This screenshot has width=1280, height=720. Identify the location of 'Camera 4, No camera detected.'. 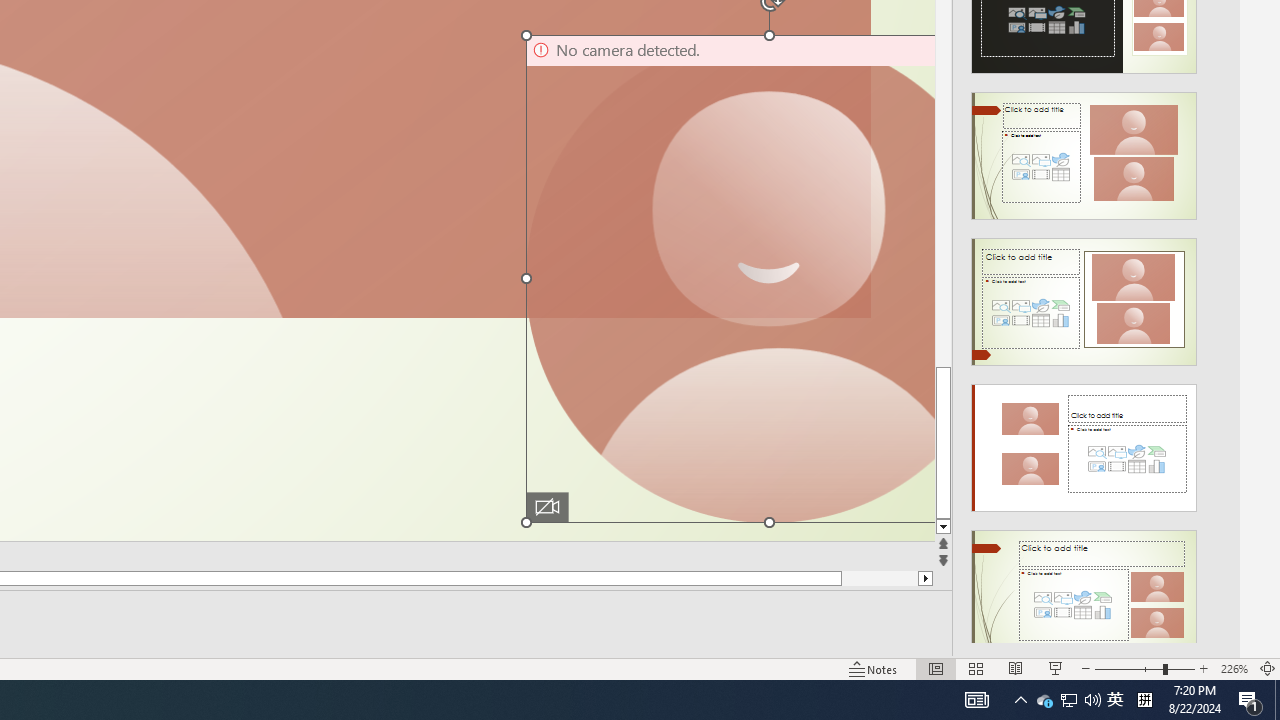
(727, 278).